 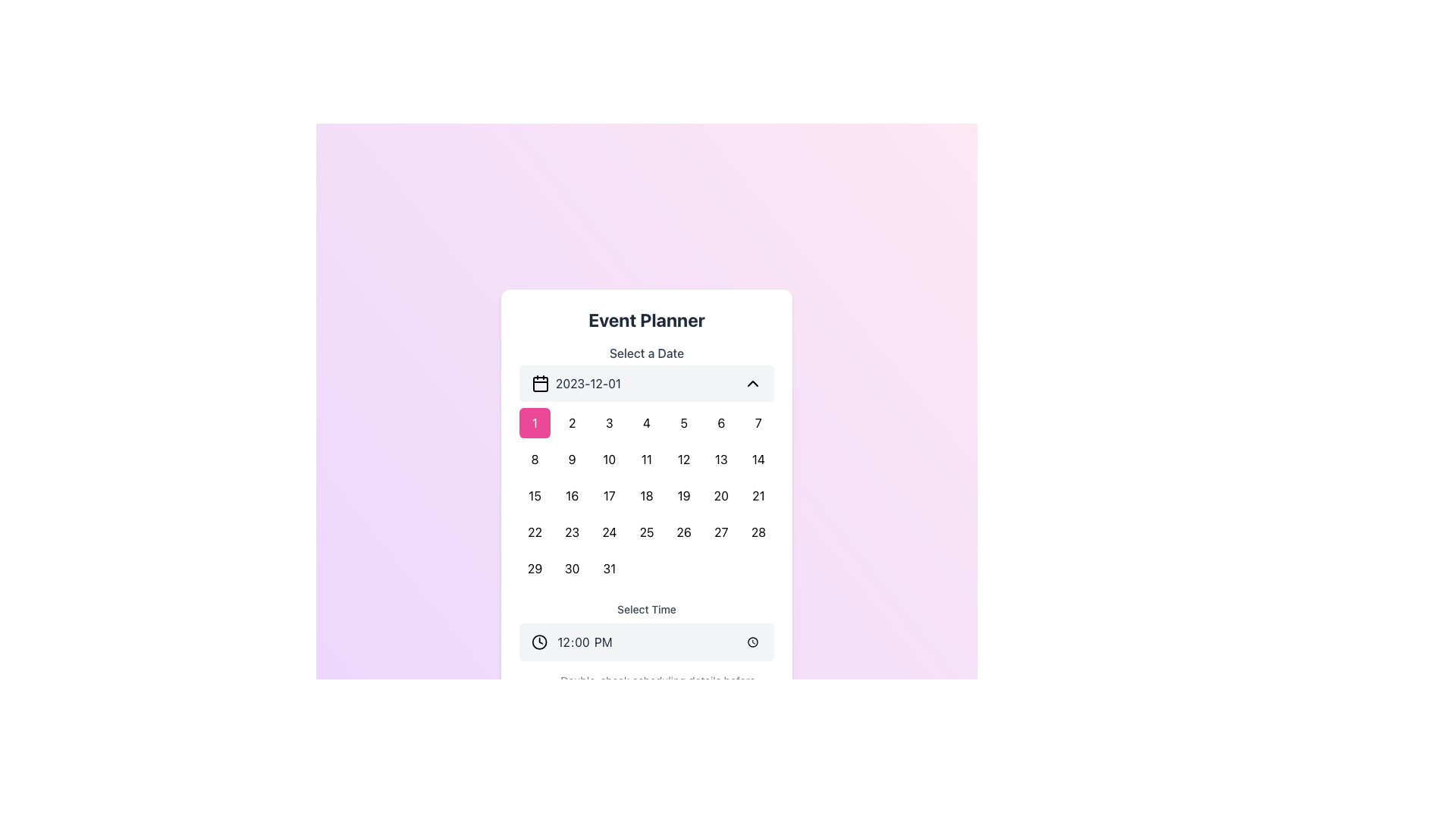 What do you see at coordinates (758, 496) in the screenshot?
I see `the button representing the date '21' in the calendar grid, located in the fourth row and seventh column` at bounding box center [758, 496].